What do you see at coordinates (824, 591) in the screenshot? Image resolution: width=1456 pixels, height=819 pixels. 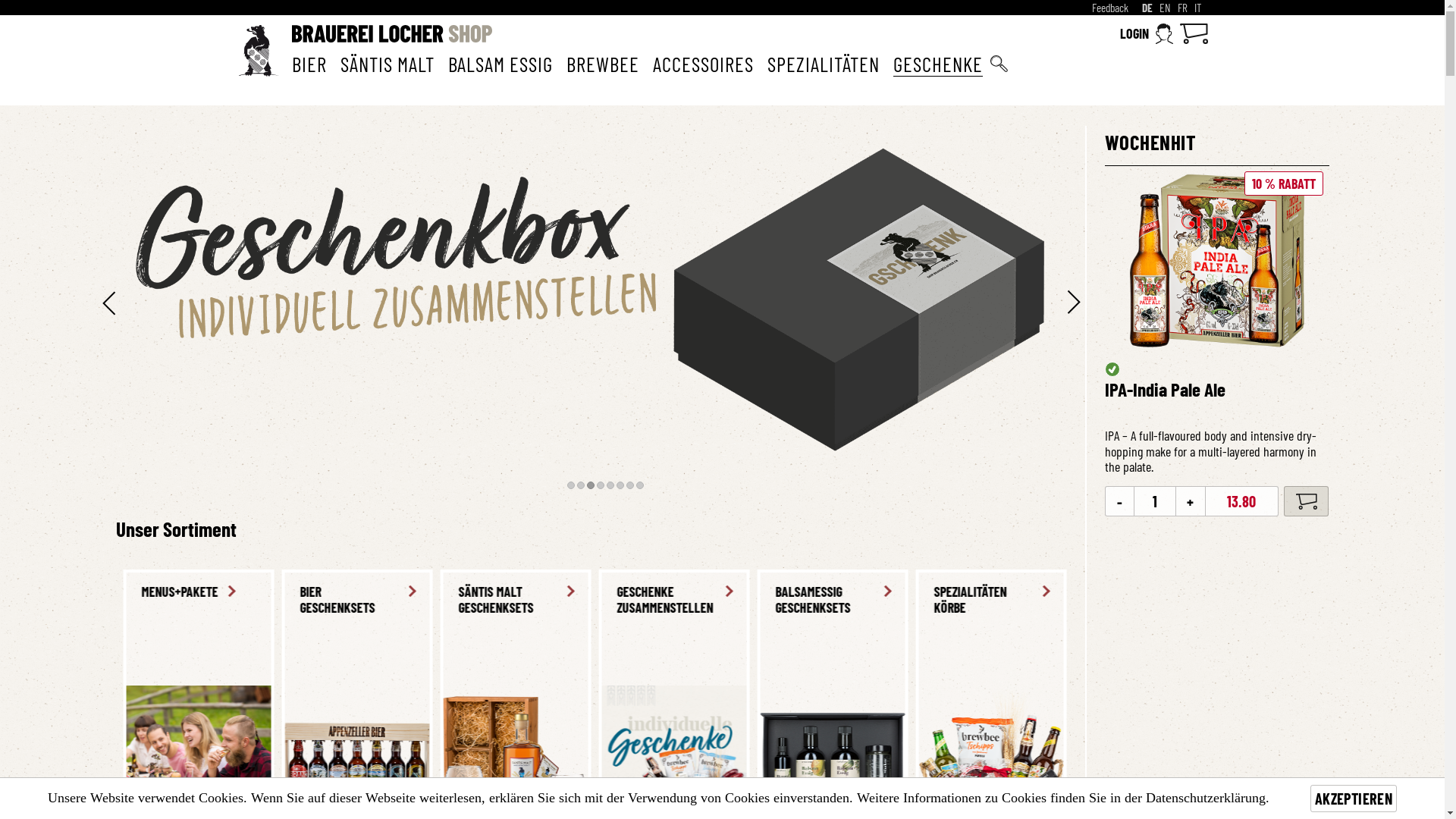 I see `'TEXTILIEN'` at bounding box center [824, 591].